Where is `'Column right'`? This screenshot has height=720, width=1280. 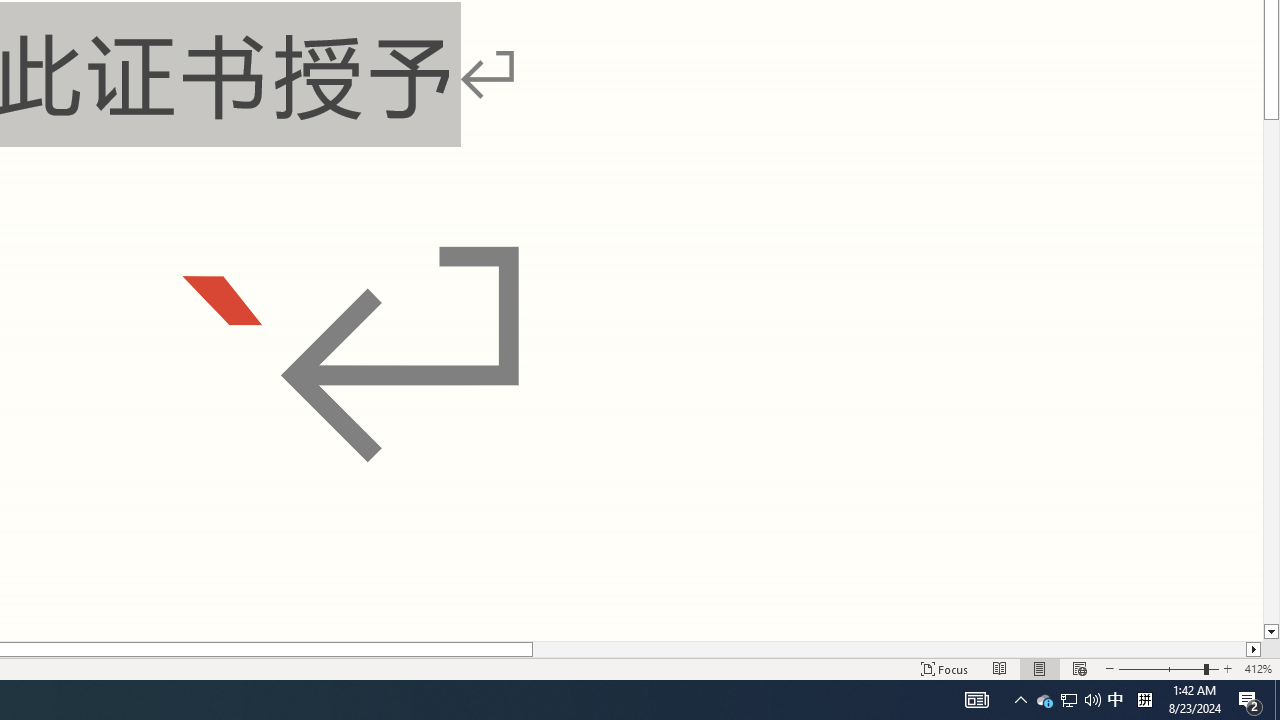
'Column right' is located at coordinates (1253, 649).